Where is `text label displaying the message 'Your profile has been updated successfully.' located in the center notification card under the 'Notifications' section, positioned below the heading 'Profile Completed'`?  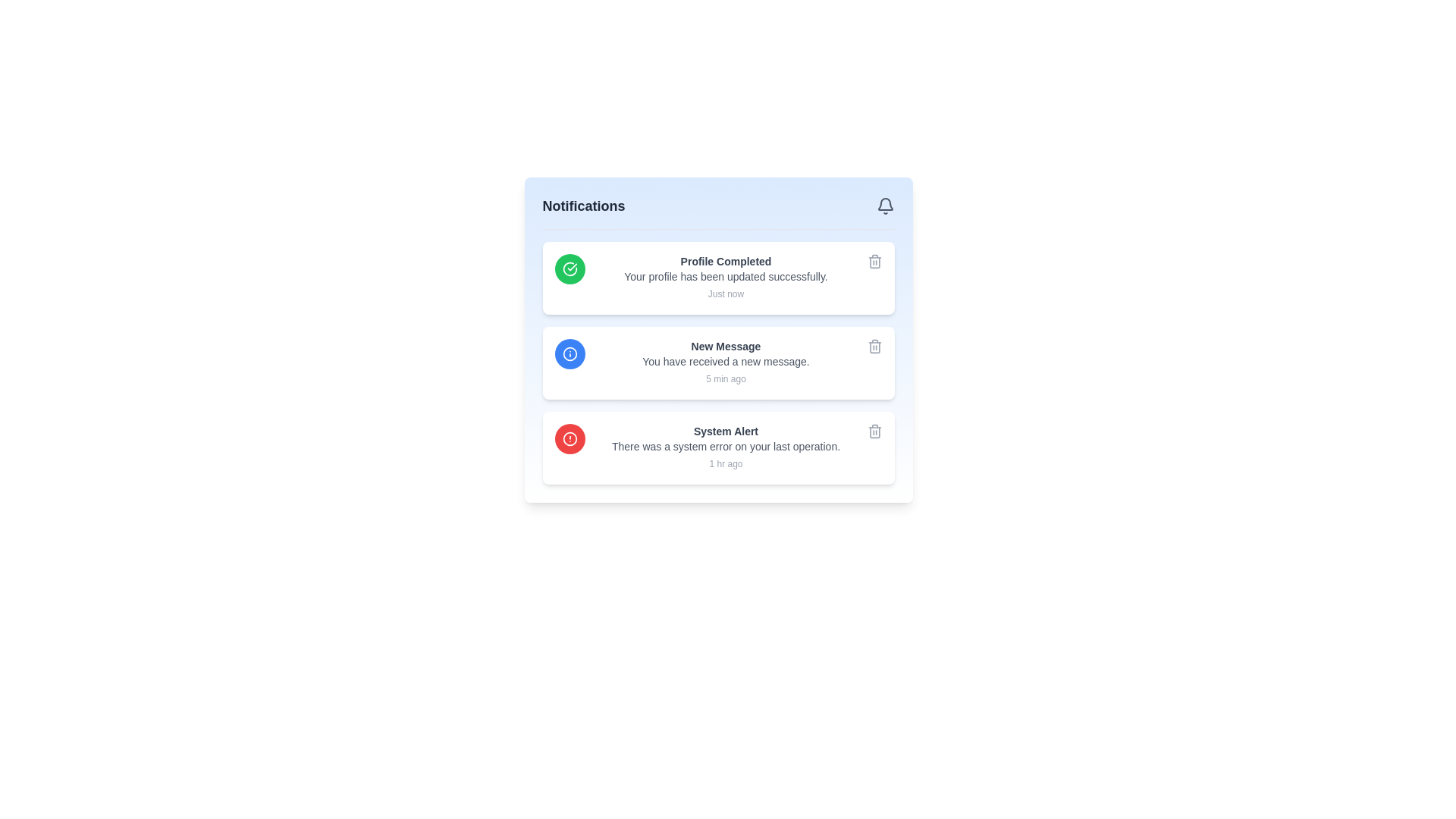 text label displaying the message 'Your profile has been updated successfully.' located in the center notification card under the 'Notifications' section, positioned below the heading 'Profile Completed' is located at coordinates (725, 277).